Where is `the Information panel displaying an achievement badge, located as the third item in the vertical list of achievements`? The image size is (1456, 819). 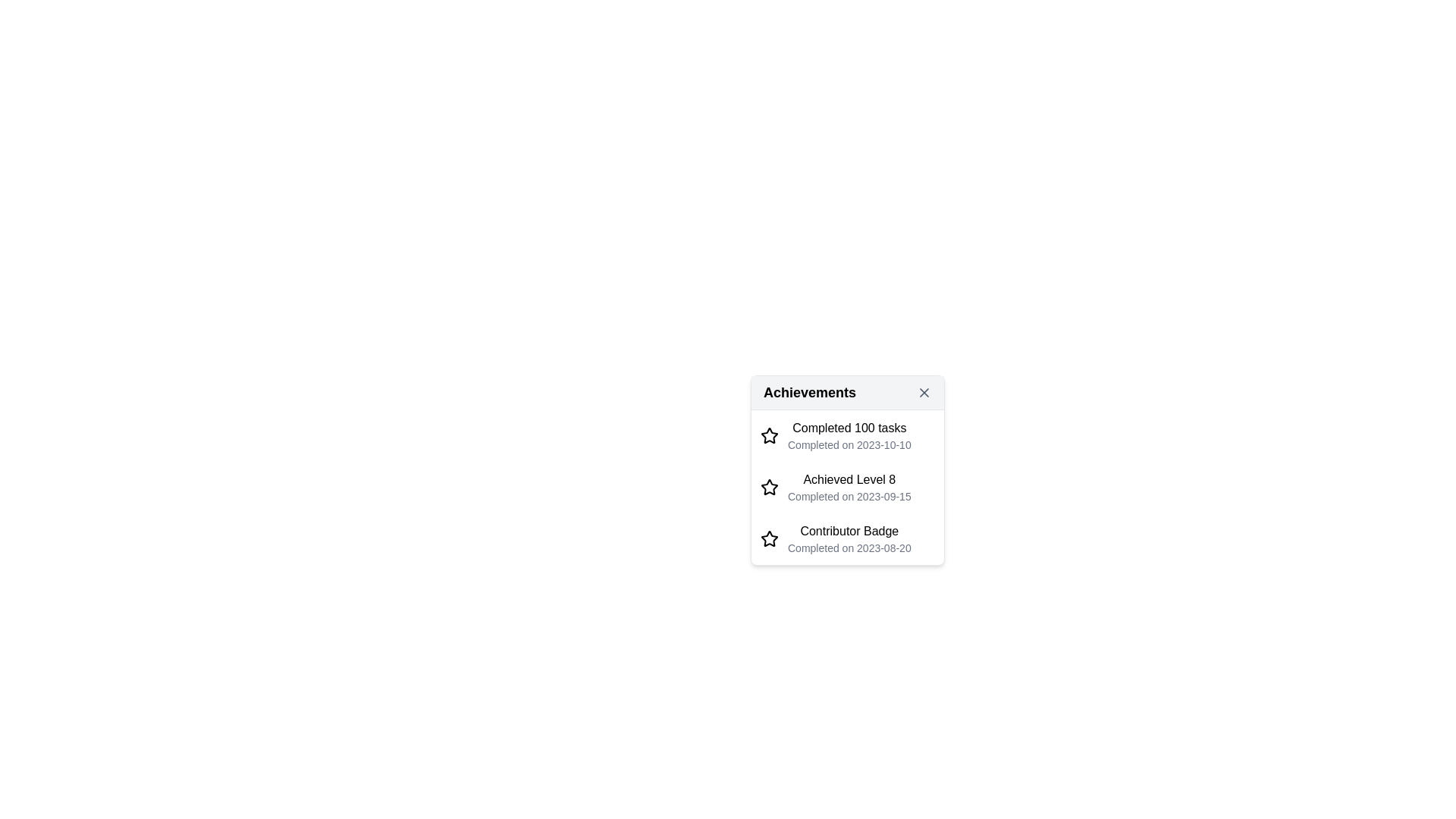
the Information panel displaying an achievement badge, located as the third item in the vertical list of achievements is located at coordinates (849, 538).